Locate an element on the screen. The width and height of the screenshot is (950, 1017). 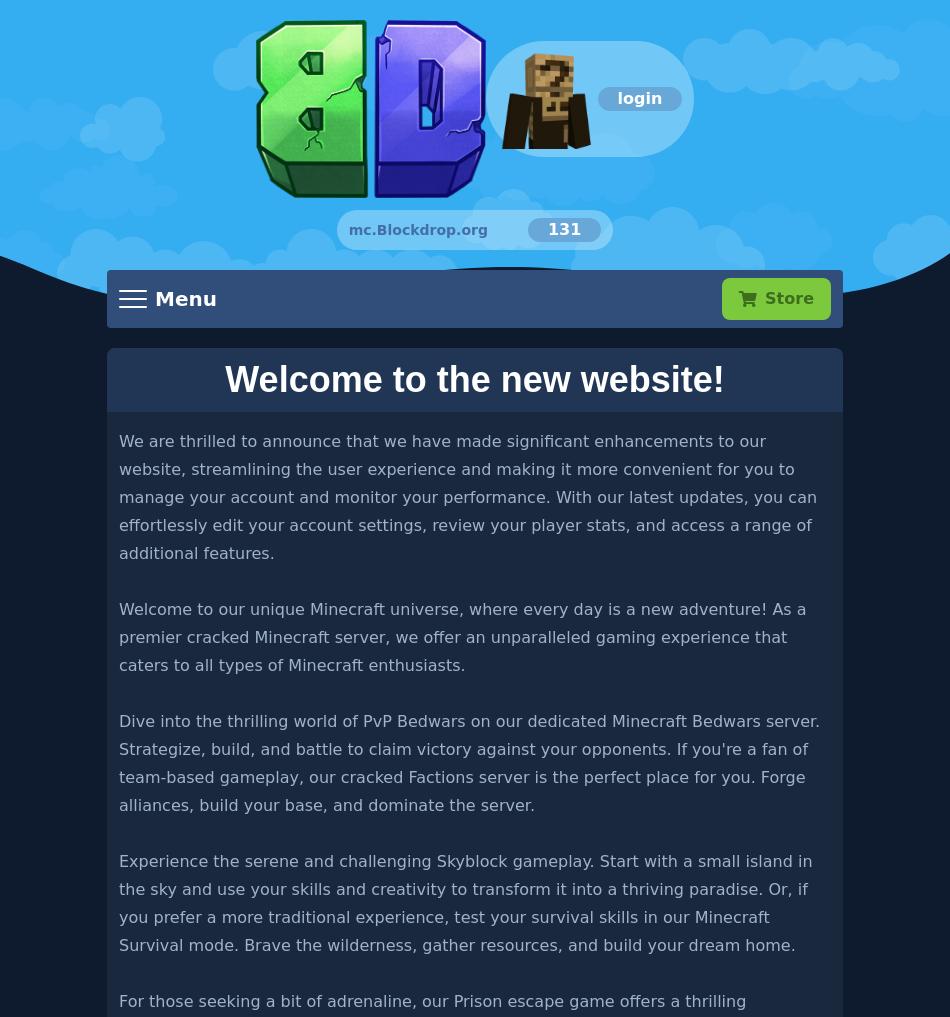
'Welcome to our unique Minecraft universe, where every day is a new adventure! As a premier cracked Minecraft server, we offer an unparalleled gaming experience that caters to all types of Minecraft enthusiasts.' is located at coordinates (461, 636).